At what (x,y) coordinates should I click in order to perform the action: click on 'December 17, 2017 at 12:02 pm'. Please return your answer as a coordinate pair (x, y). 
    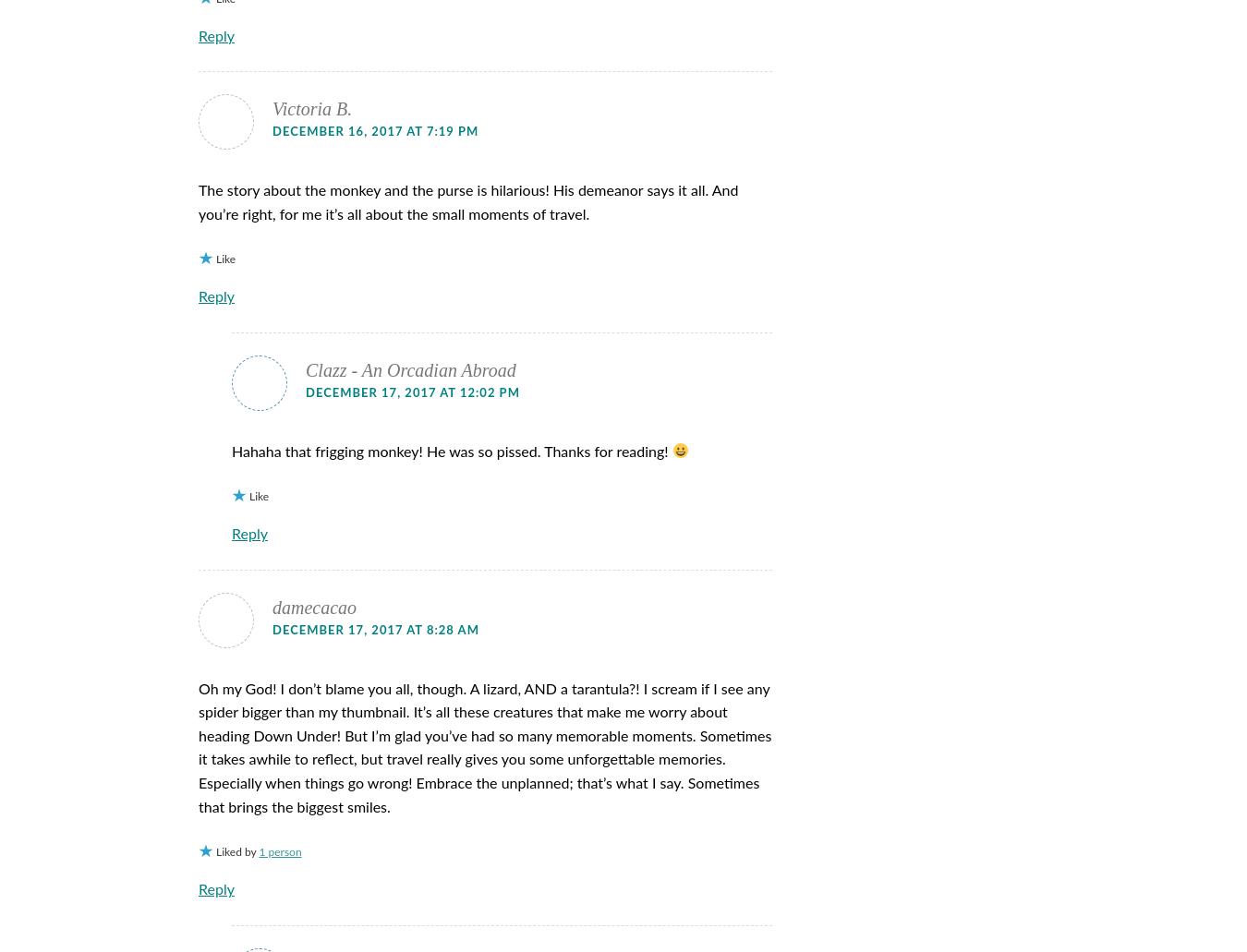
    Looking at the image, I should click on (412, 392).